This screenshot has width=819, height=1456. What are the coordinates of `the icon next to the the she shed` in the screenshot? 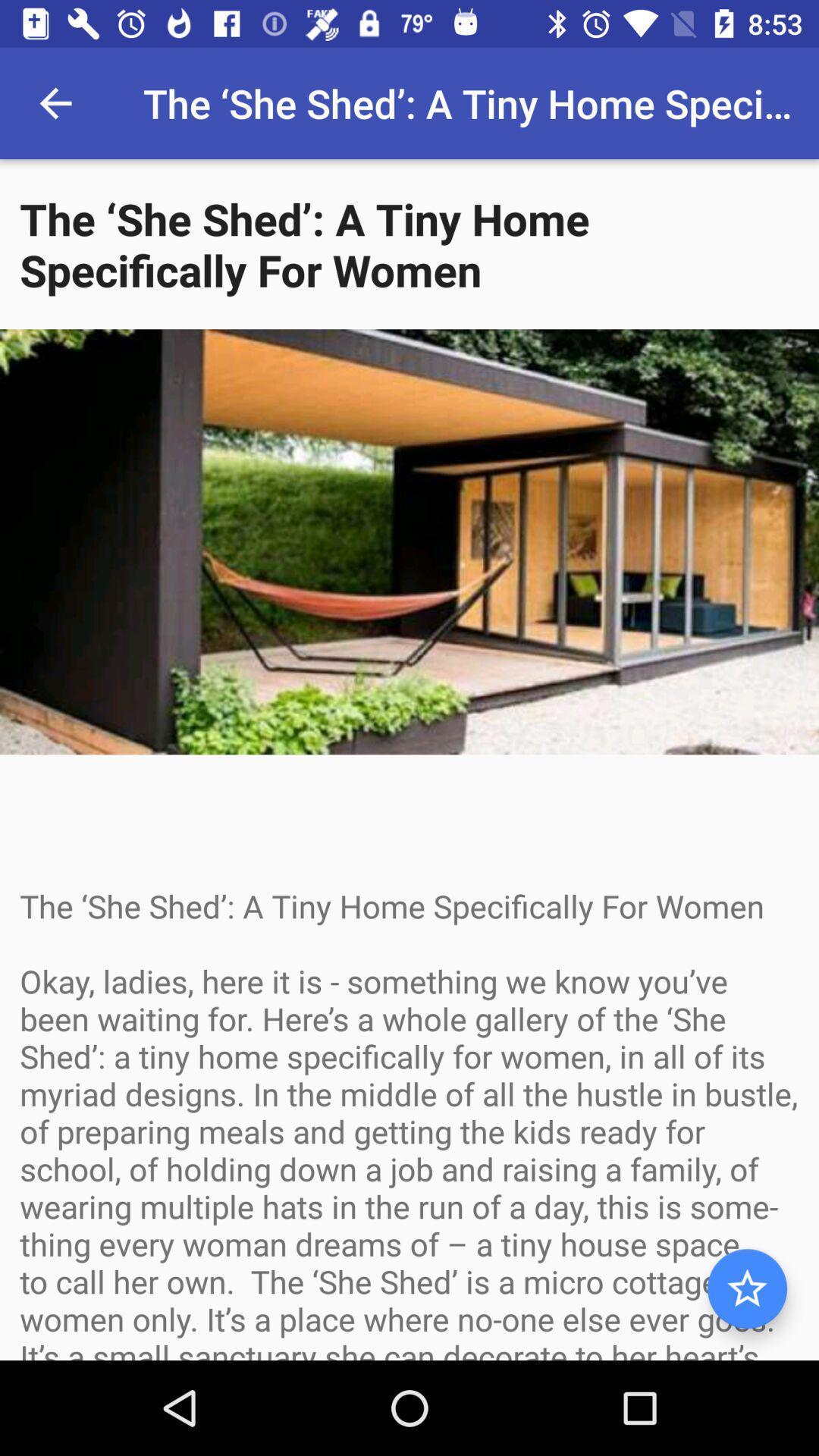 It's located at (55, 102).